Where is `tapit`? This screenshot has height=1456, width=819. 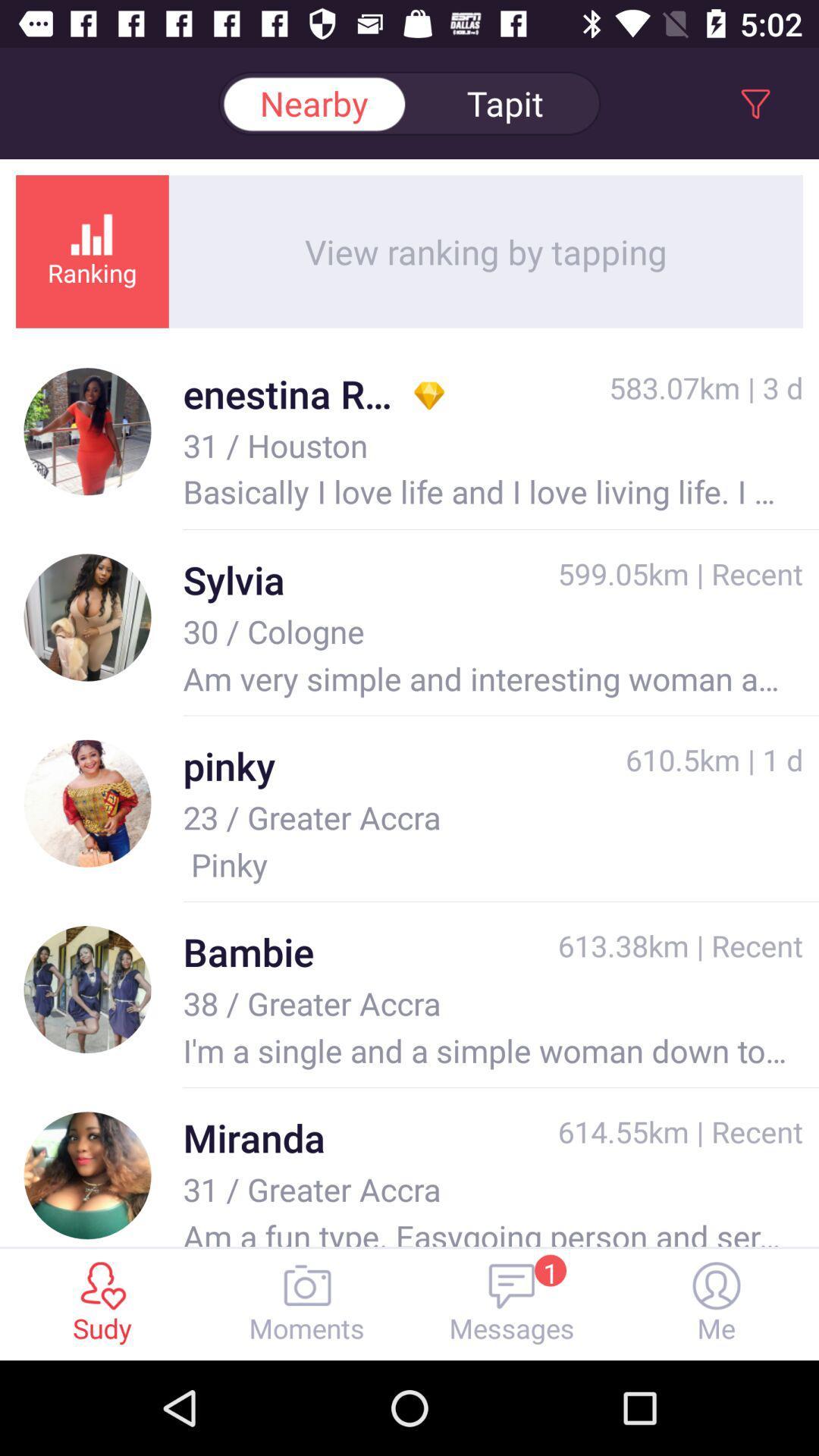
tapit is located at coordinates (505, 102).